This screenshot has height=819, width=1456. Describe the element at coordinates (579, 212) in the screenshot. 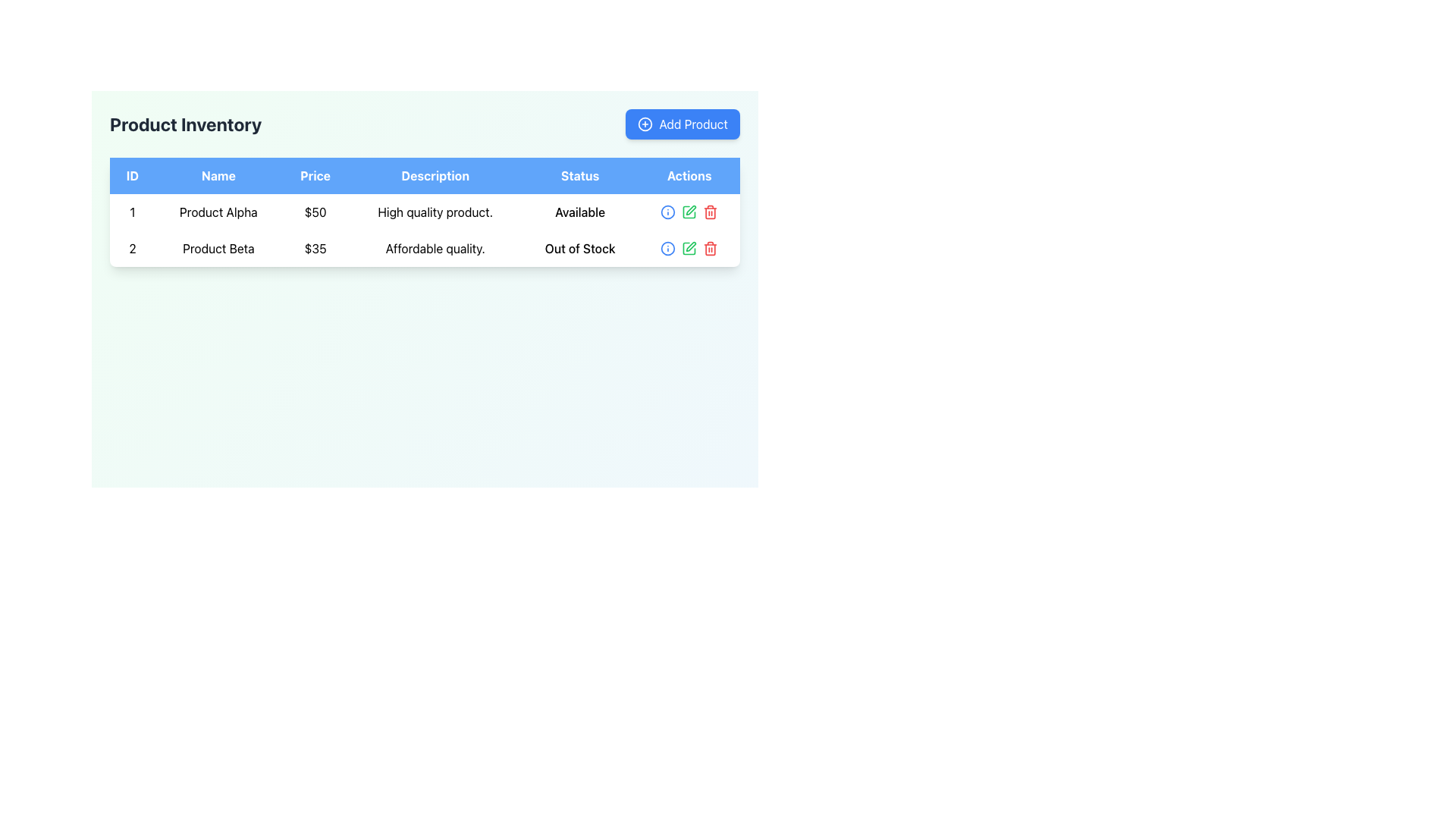

I see `the 'Available' text label in the 'Status' column of the product inventory table` at that location.